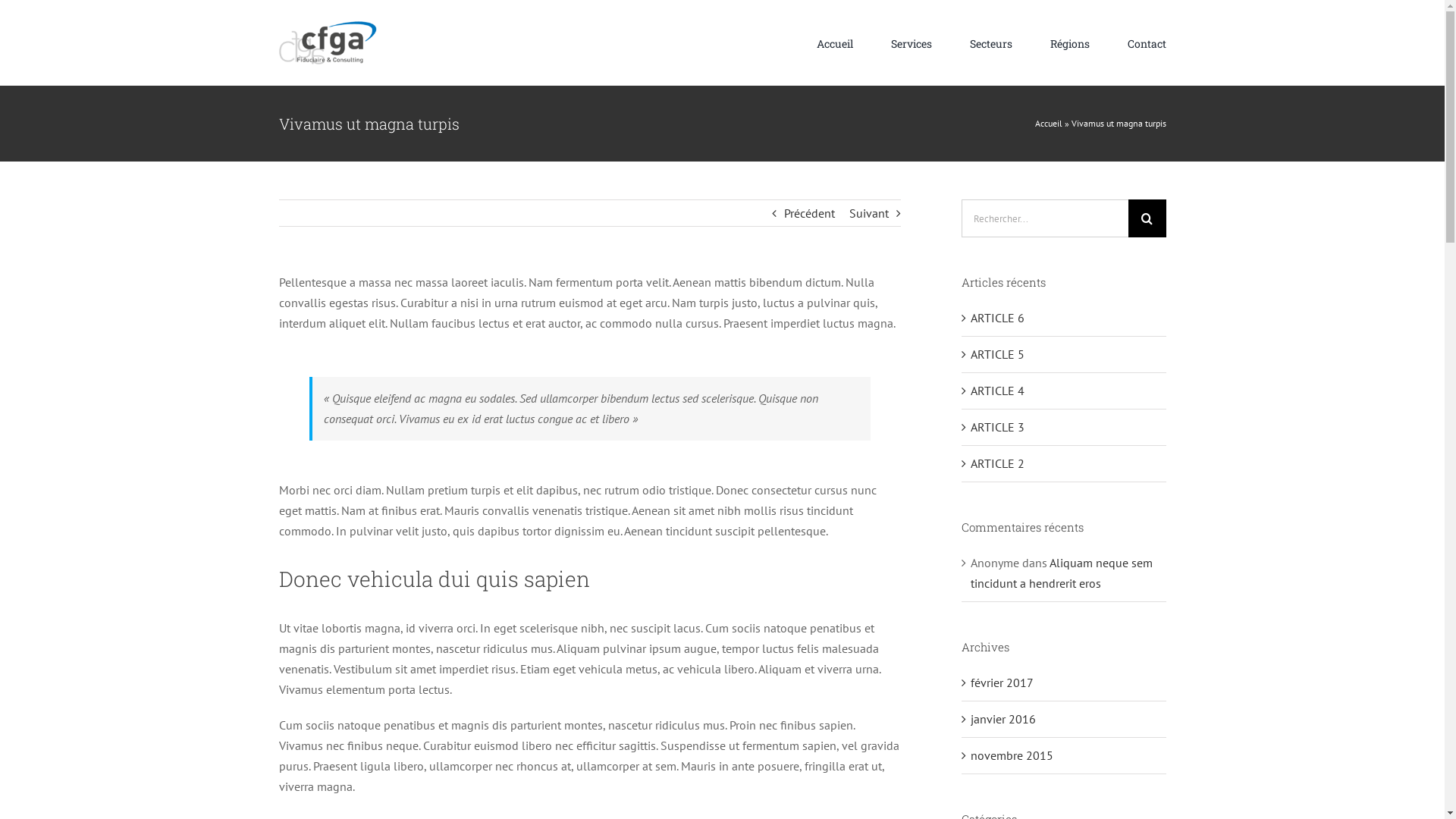 The image size is (1456, 819). What do you see at coordinates (997, 427) in the screenshot?
I see `'ARTICLE 3'` at bounding box center [997, 427].